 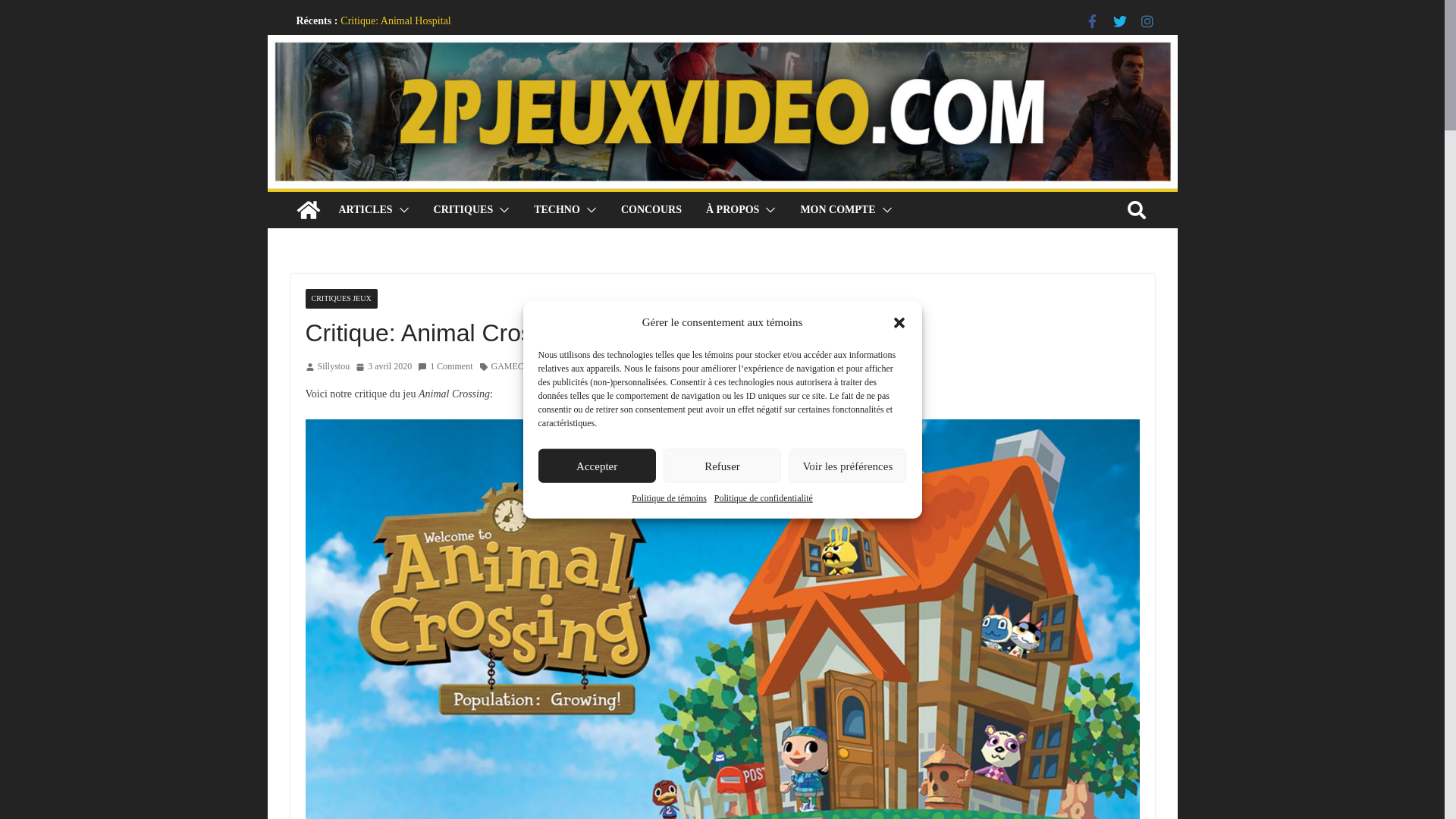 I want to click on 'CONCOURS', so click(x=651, y=210).